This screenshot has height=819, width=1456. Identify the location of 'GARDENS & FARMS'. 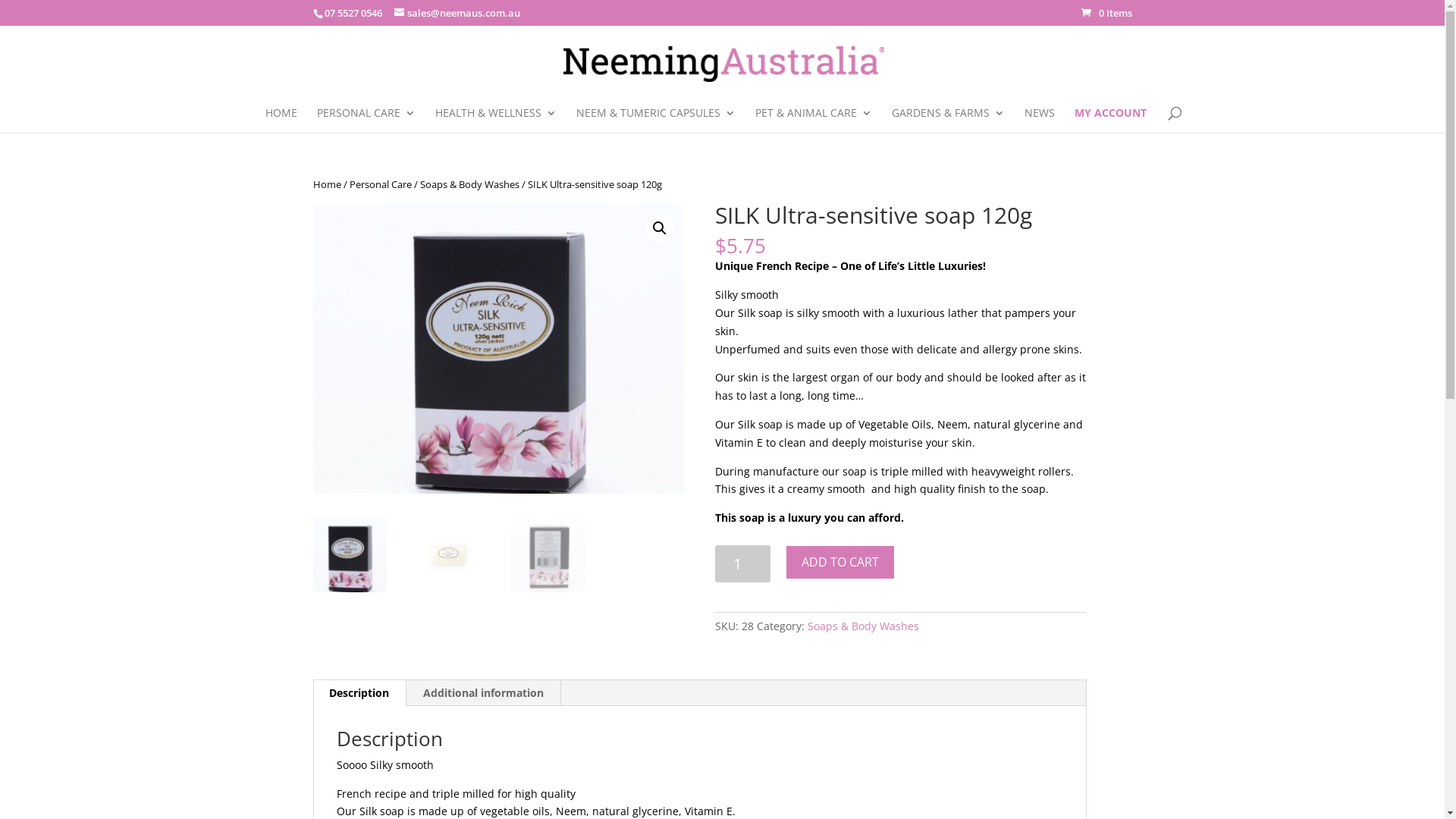
(947, 119).